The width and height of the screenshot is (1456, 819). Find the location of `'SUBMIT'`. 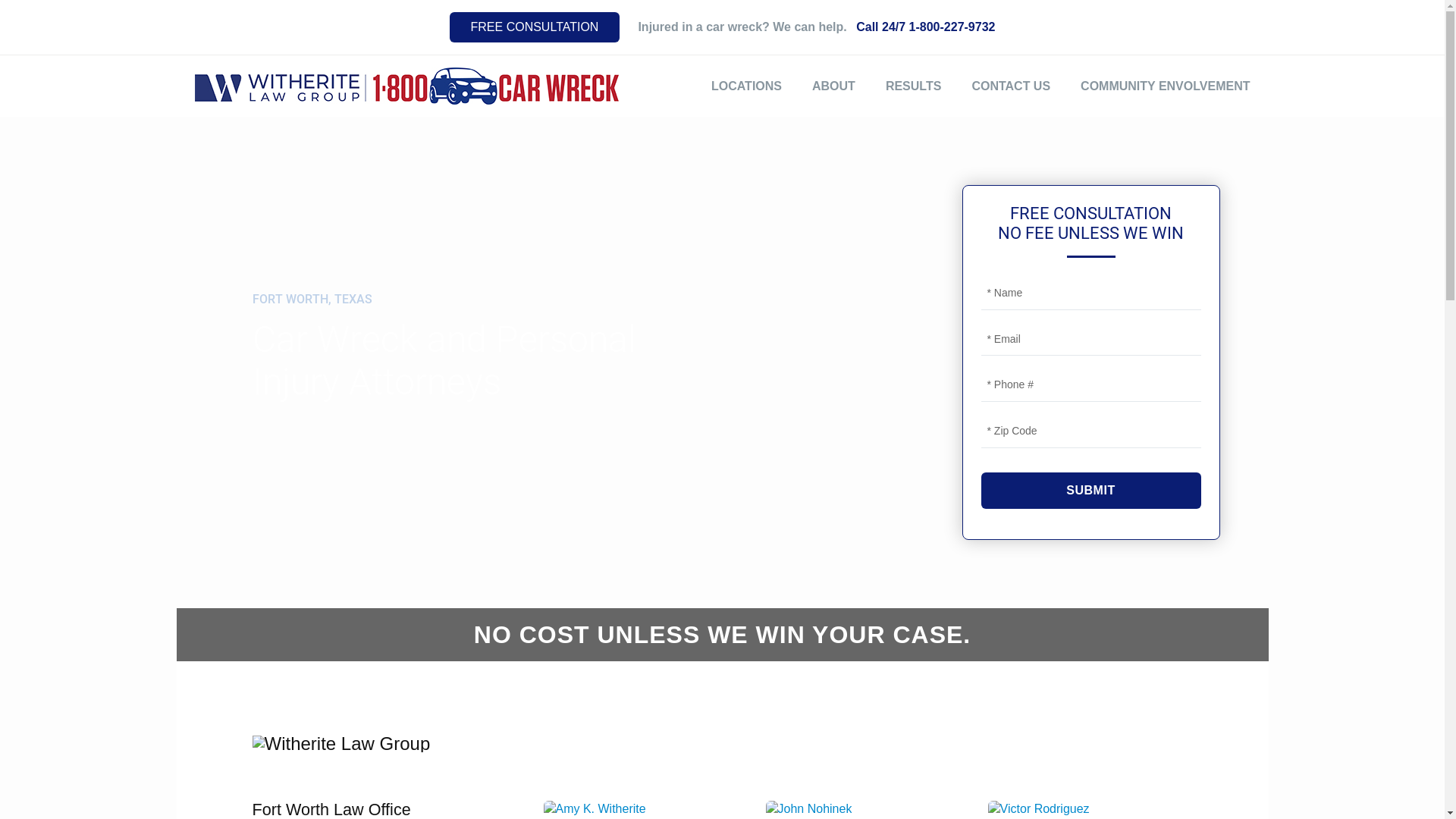

'SUBMIT' is located at coordinates (1090, 491).